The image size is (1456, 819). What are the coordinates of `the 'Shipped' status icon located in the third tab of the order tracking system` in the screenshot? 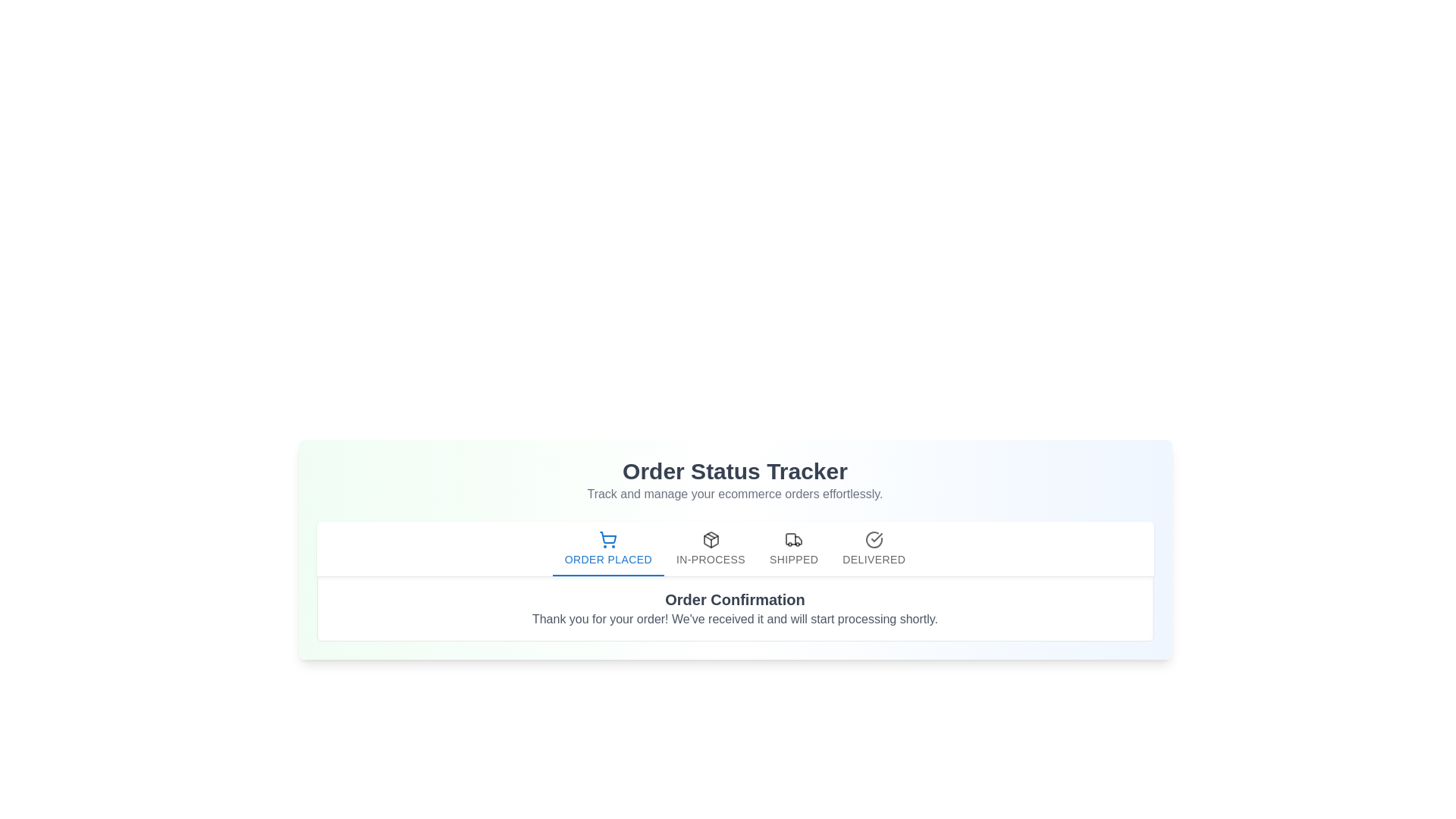 It's located at (793, 539).